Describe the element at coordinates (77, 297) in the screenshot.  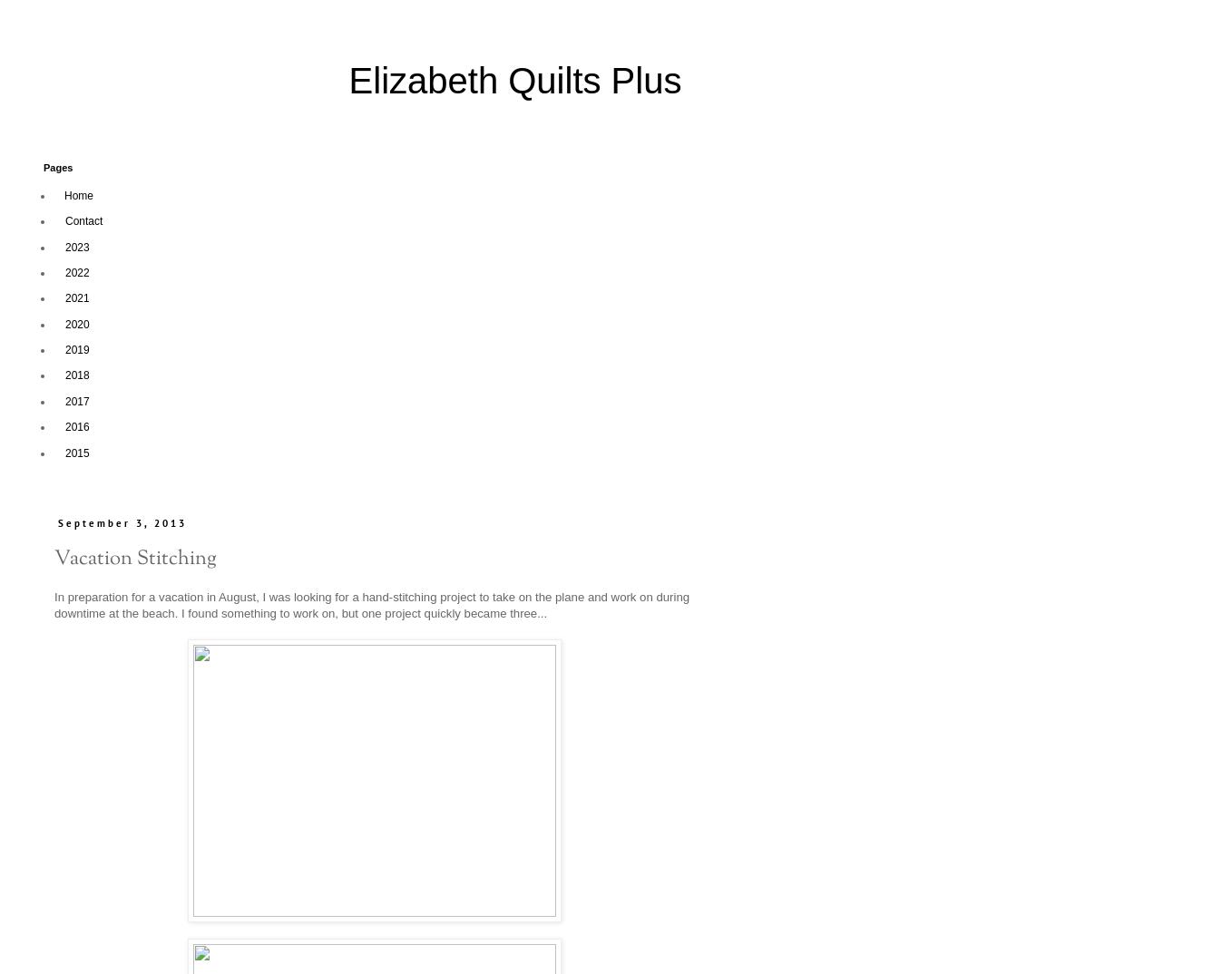
I see `'2021'` at that location.